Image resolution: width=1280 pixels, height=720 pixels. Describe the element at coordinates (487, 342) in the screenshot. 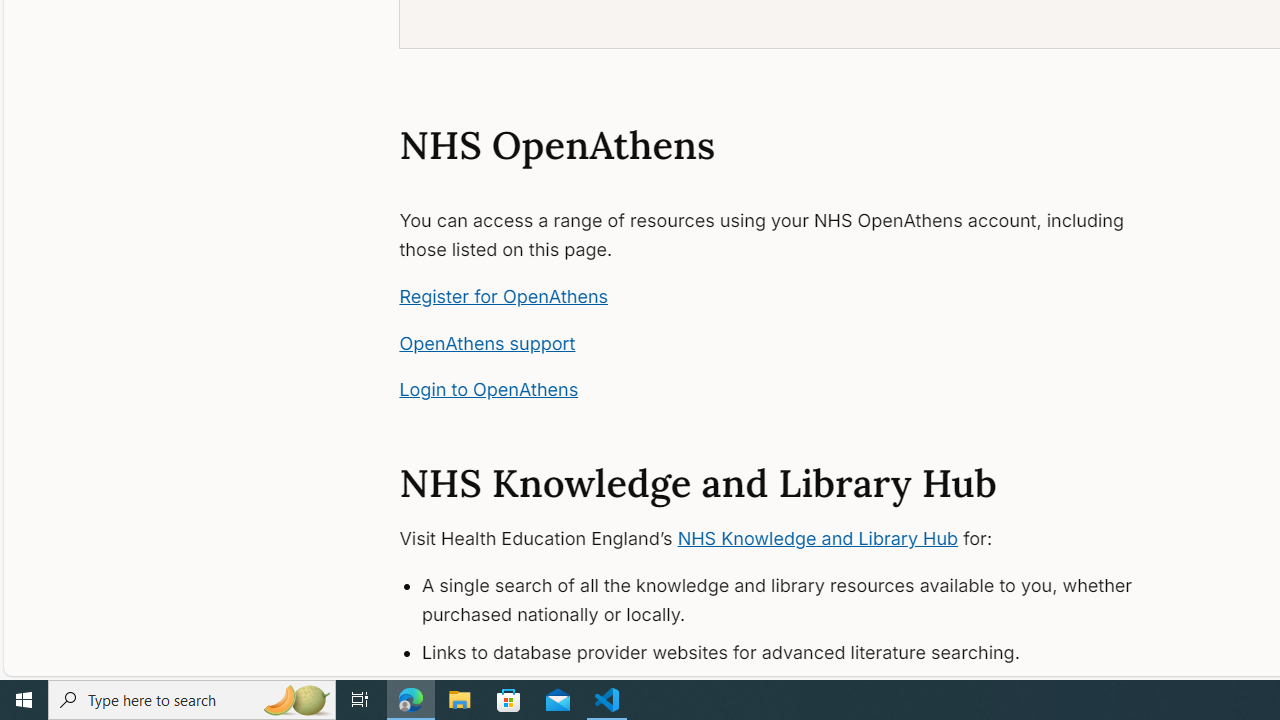

I see `'OpenAthens support'` at that location.